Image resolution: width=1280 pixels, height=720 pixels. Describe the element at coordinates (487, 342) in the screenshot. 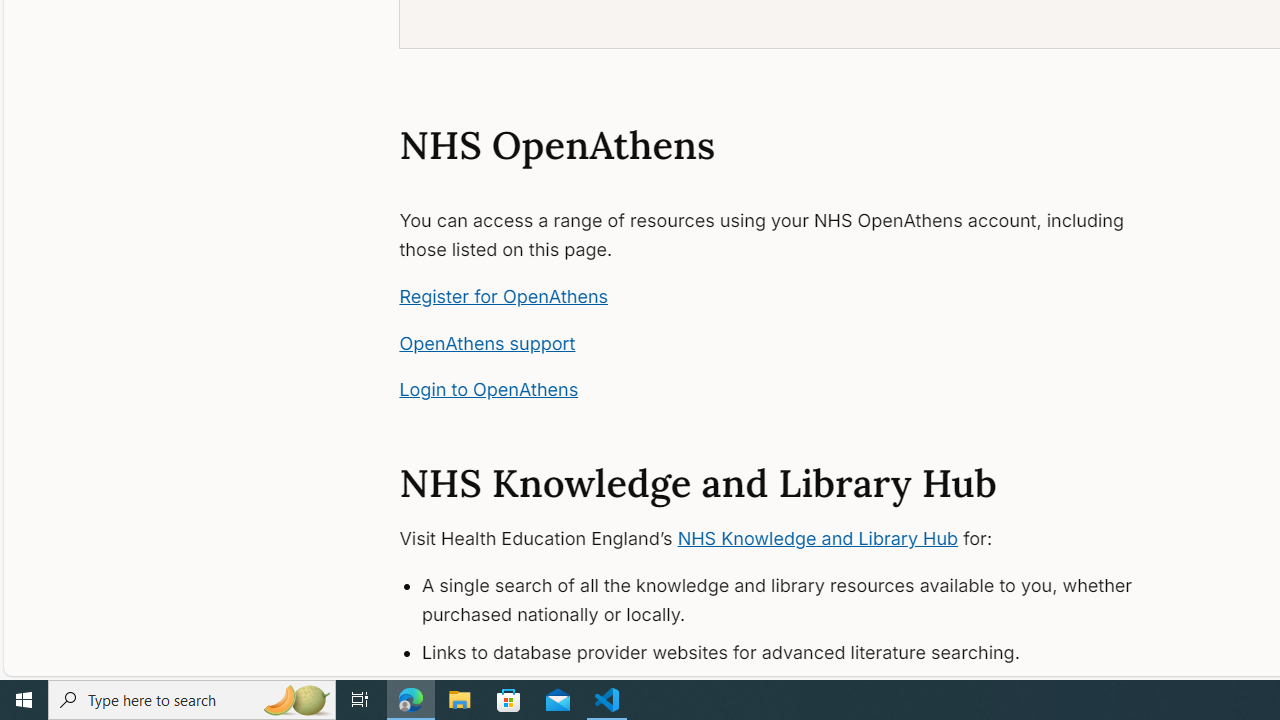

I see `'OpenAthens support'` at that location.